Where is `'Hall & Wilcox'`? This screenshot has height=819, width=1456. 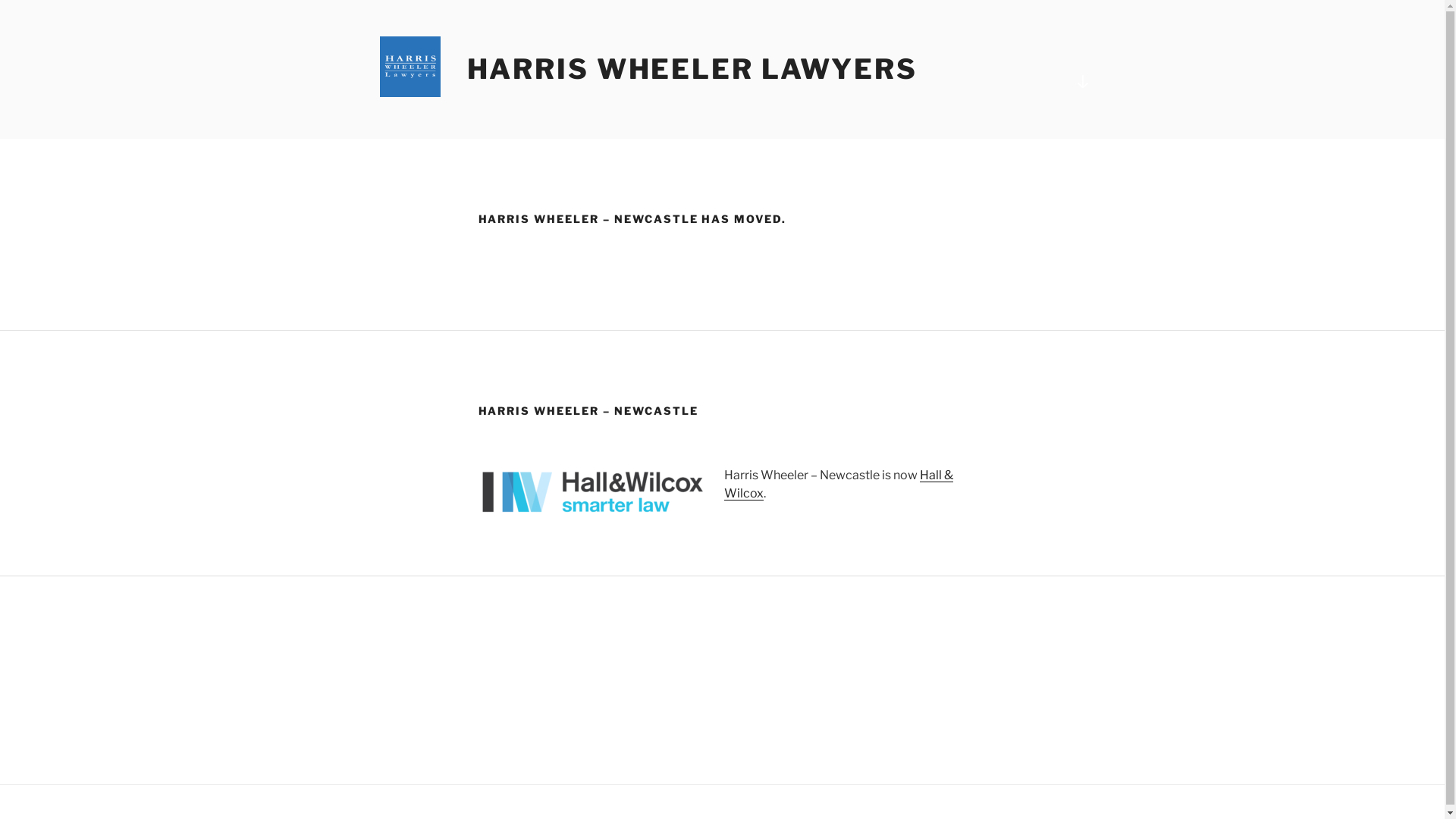
'Hall & Wilcox' is located at coordinates (836, 484).